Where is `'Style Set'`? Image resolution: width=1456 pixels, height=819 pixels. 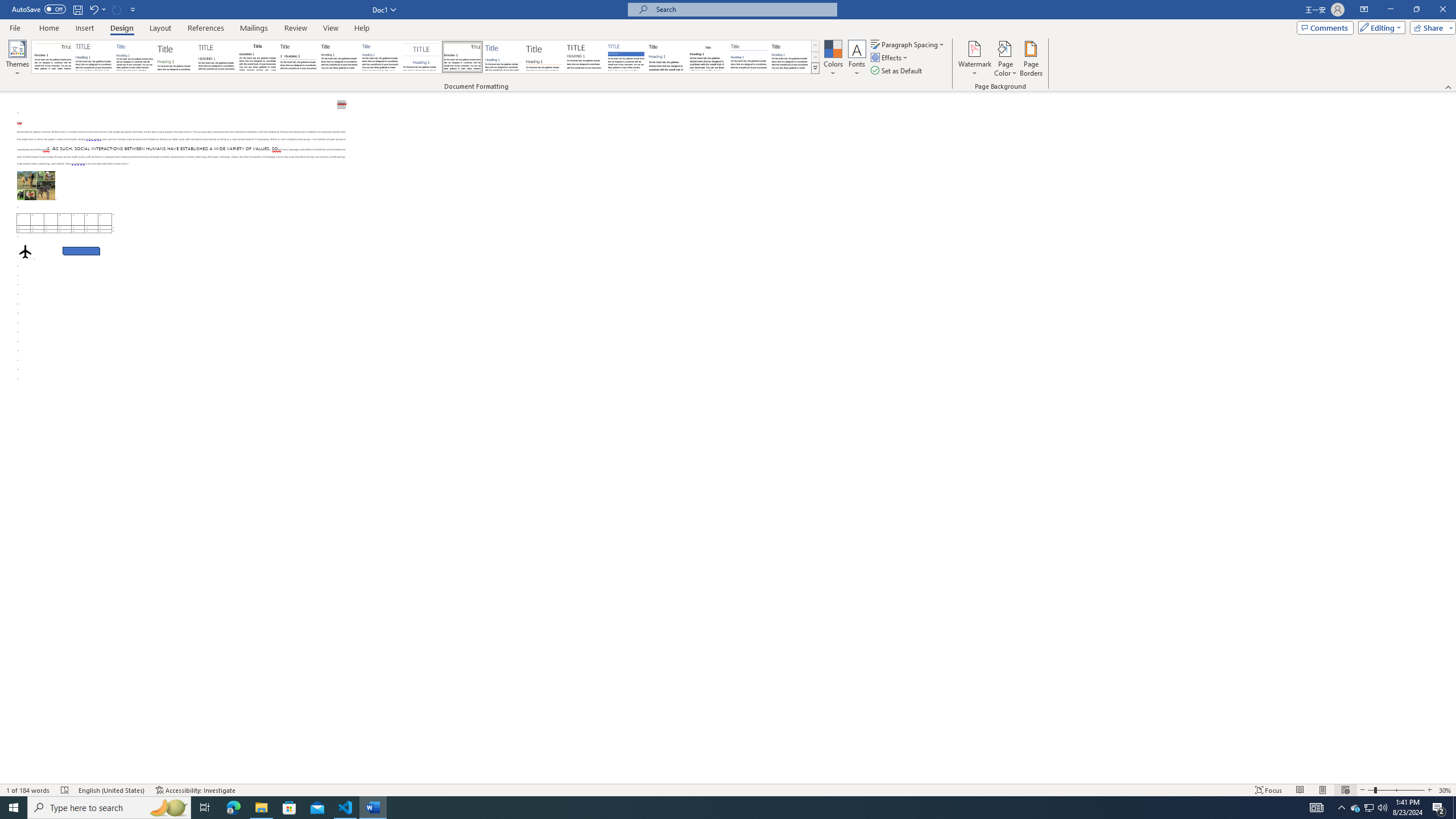 'Style Set' is located at coordinates (814, 67).